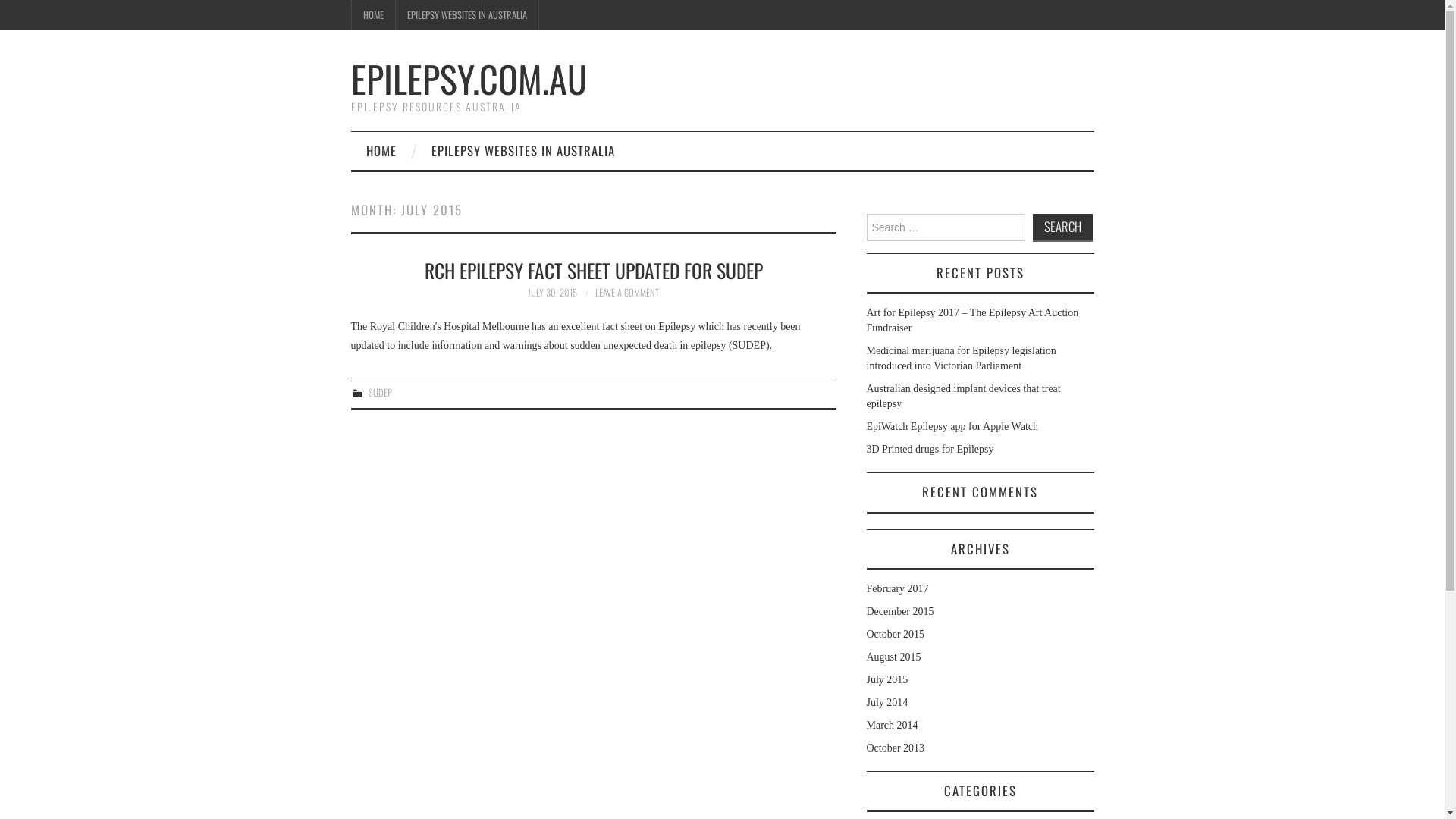 This screenshot has height=819, width=1456. What do you see at coordinates (895, 747) in the screenshot?
I see `'October 2013'` at bounding box center [895, 747].